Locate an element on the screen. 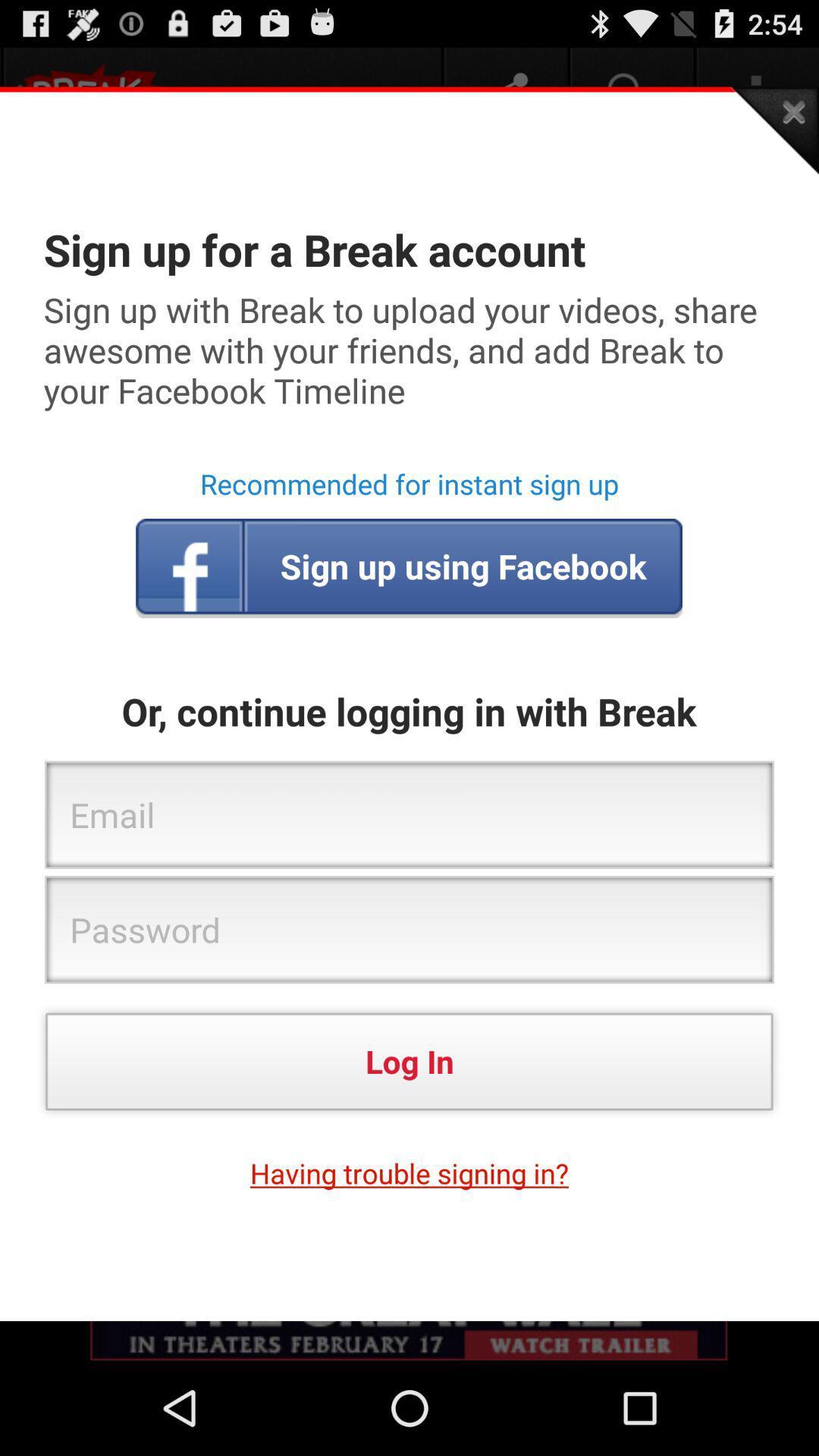  e-mail address is located at coordinates (409, 815).